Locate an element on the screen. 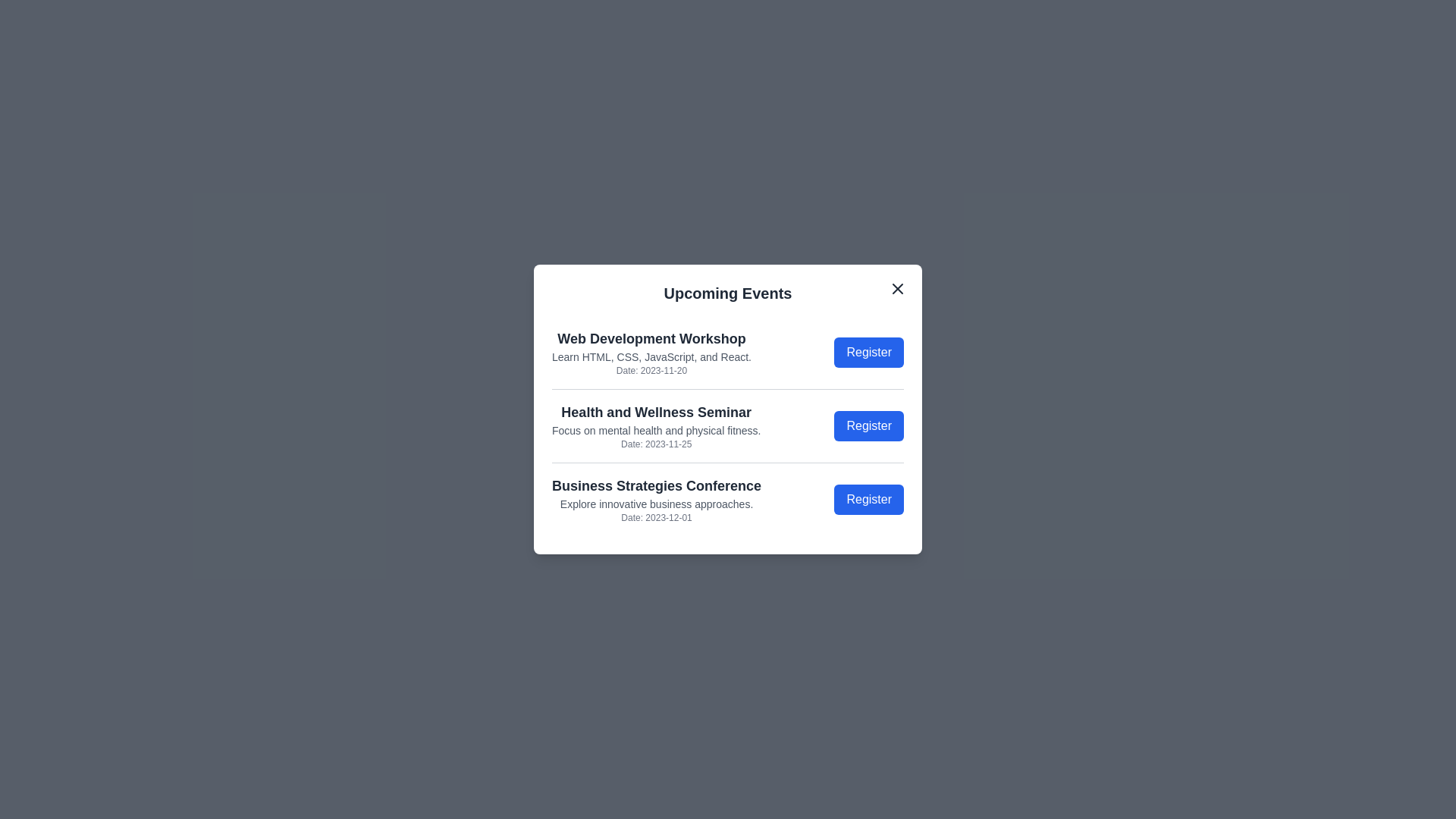 Image resolution: width=1456 pixels, height=819 pixels. 'Register' button for the event 'Health and Wellness Seminar' is located at coordinates (869, 426).